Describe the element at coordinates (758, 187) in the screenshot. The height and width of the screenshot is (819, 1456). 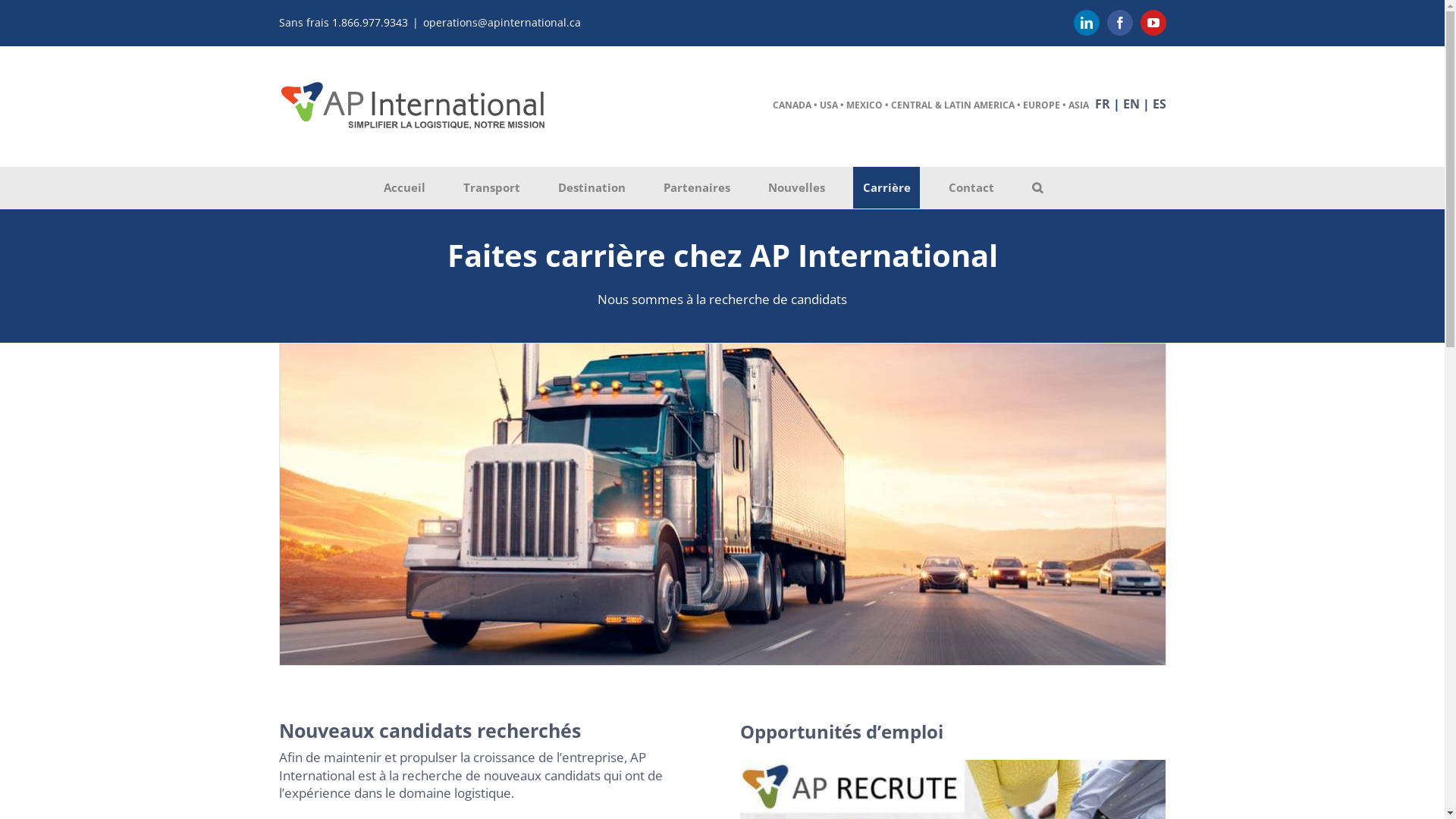
I see `'Nouvelles'` at that location.